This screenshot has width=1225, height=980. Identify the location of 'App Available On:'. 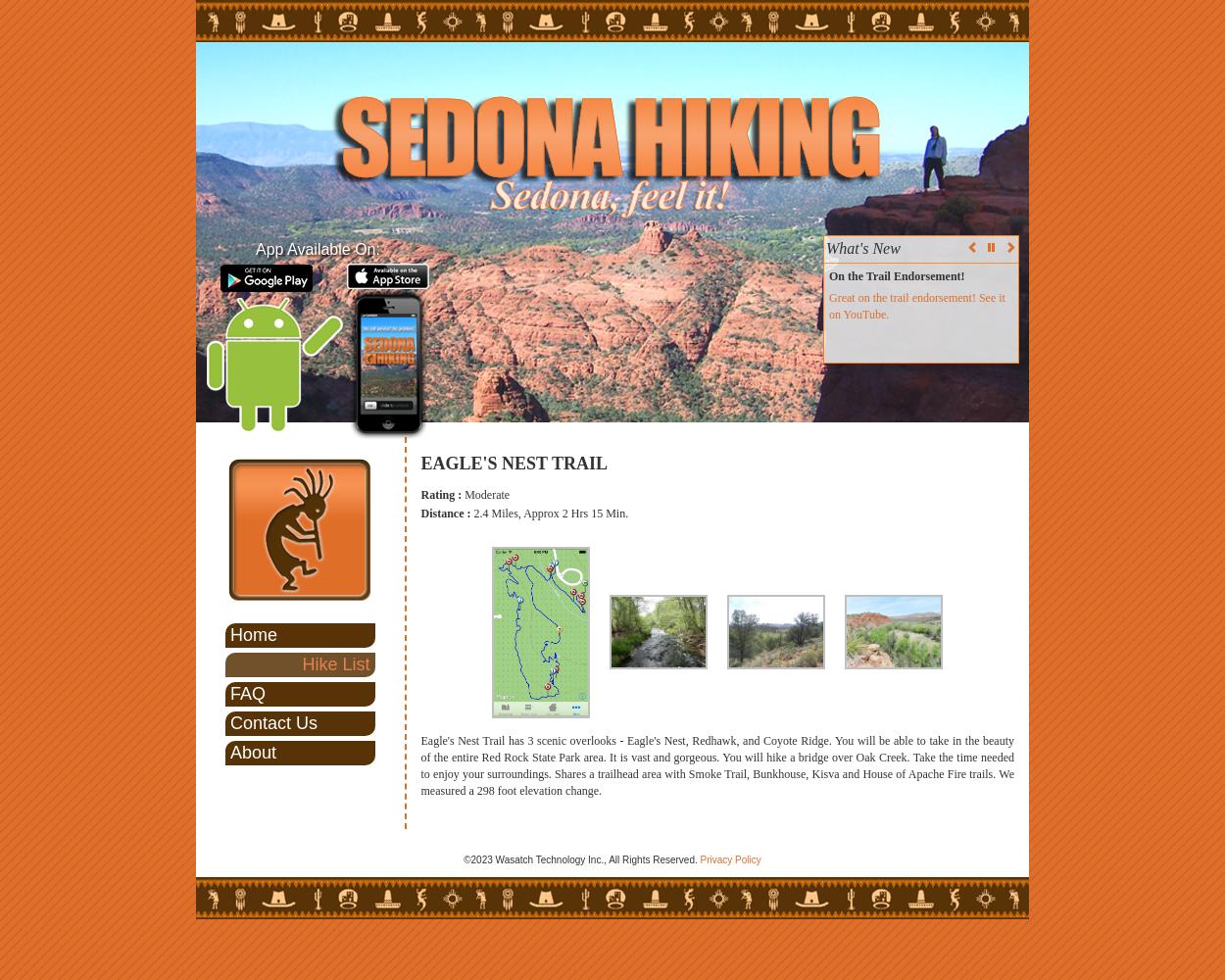
(317, 249).